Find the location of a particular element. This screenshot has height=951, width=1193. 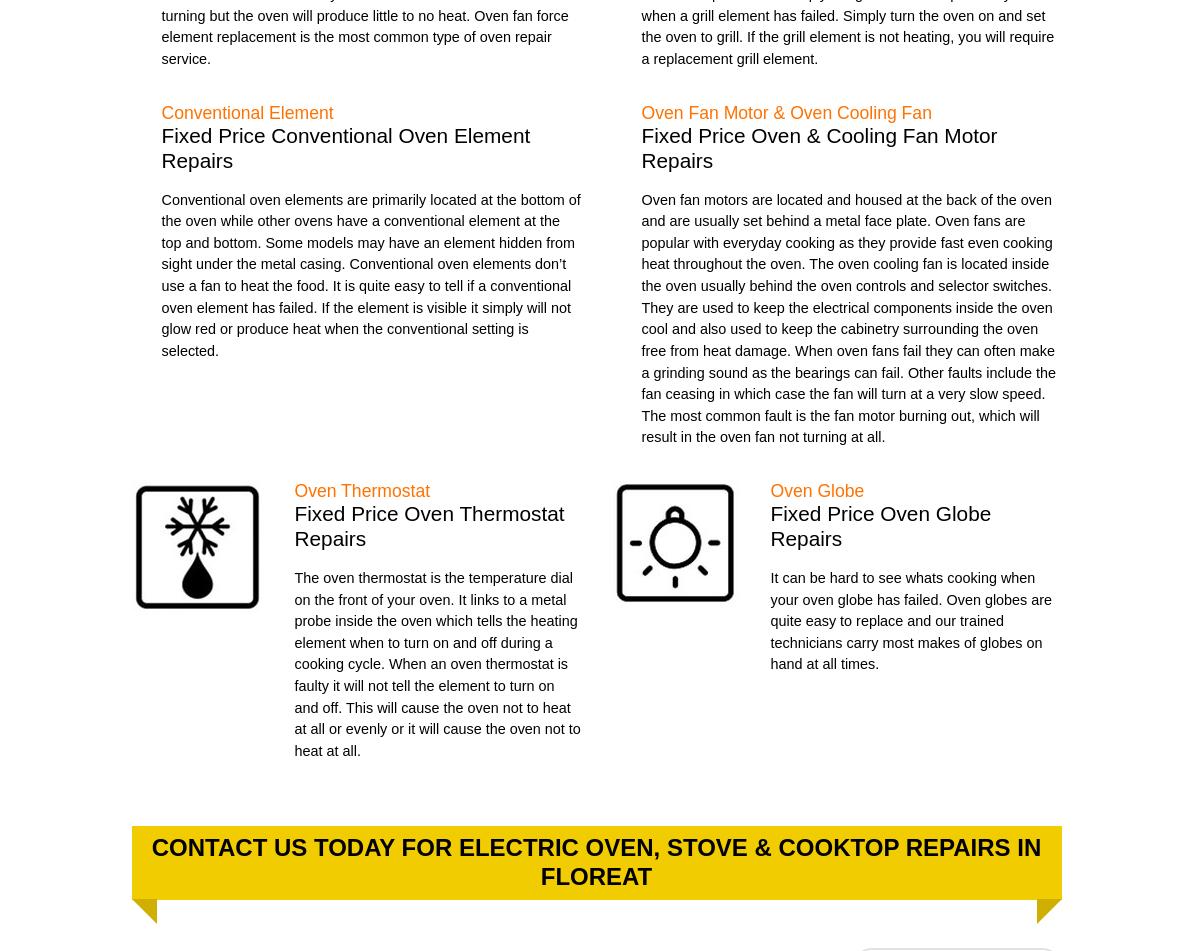

'Conventional oven elements are primarily located at the bottom of the oven while other ovens have a conventional element at the top and bottom. Some models may have an element hidden from sight under the metal casing. Conventional oven elements don’t use a fan to heat the food. It is quite easy to tell if a conventional oven element has failed. If the element is visible it simply will not glow red or produce heat when the conventional setting is selected.' is located at coordinates (370, 274).